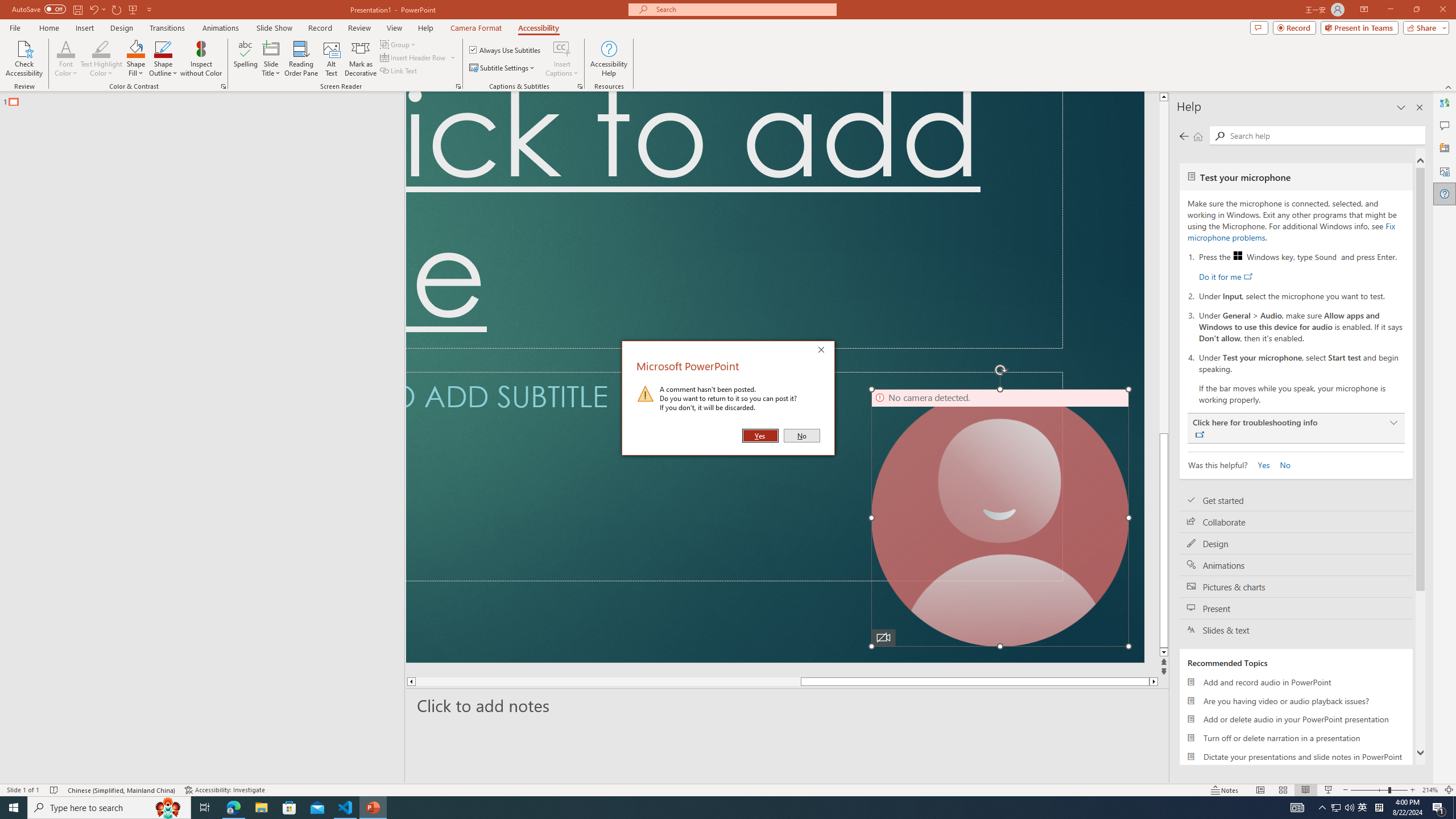  I want to click on 'Under Input, select the microphone you want to test.', so click(1301, 295).